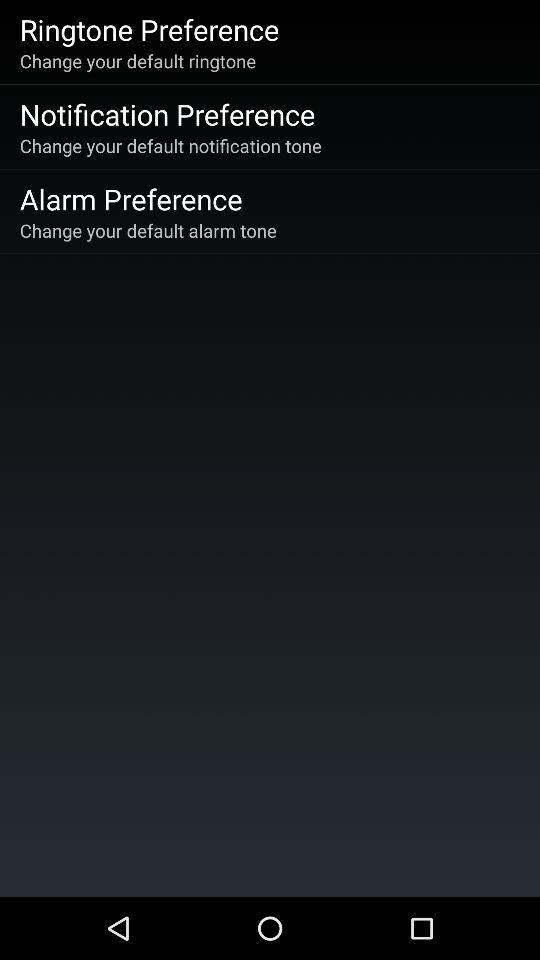 This screenshot has height=960, width=540. Describe the element at coordinates (148, 28) in the screenshot. I see `item above change your default` at that location.